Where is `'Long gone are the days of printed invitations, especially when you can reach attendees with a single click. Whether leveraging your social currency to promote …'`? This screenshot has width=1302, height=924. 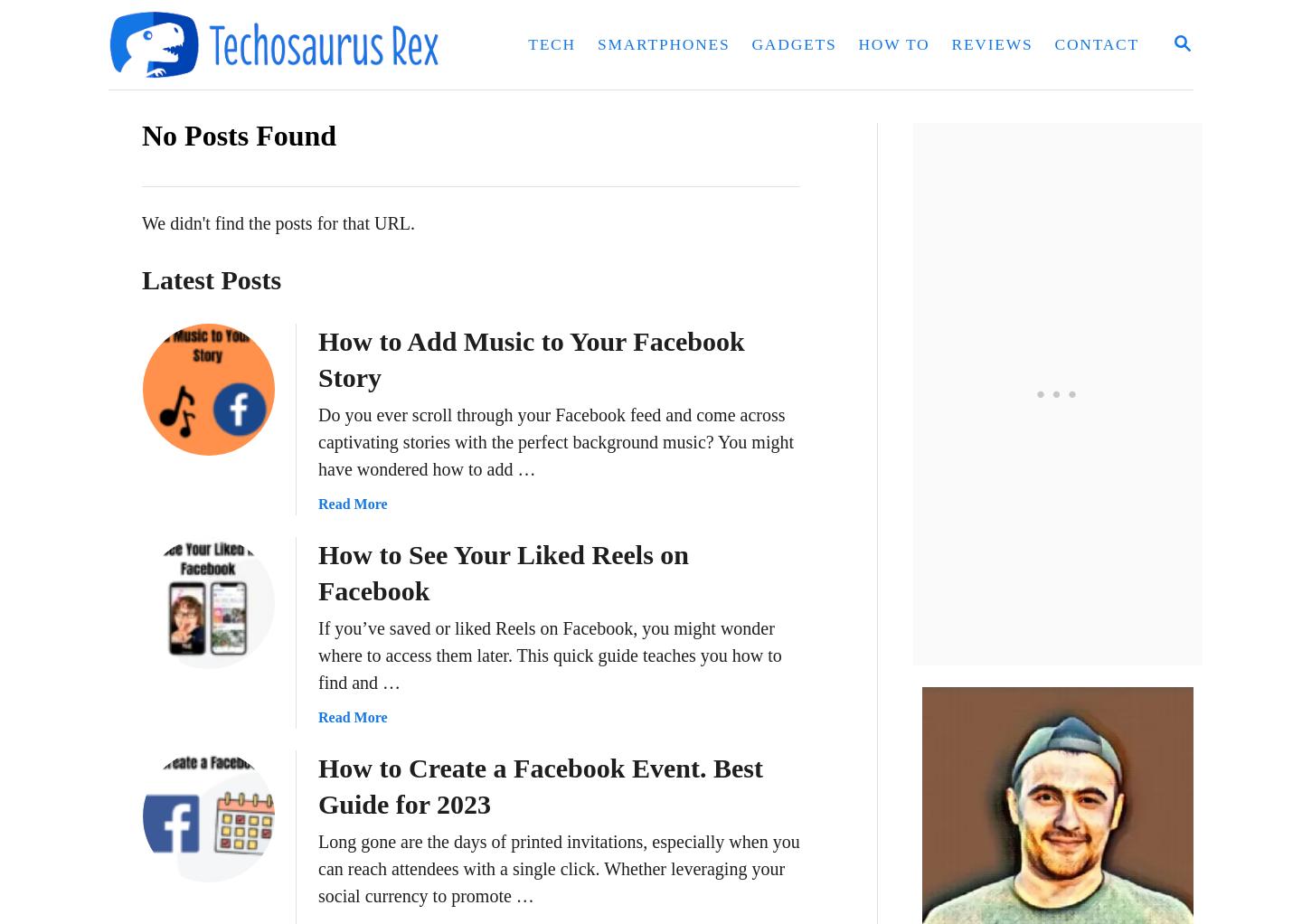
'Long gone are the days of printed invitations, especially when you can reach attendees with a single click. Whether leveraging your social currency to promote …' is located at coordinates (317, 867).